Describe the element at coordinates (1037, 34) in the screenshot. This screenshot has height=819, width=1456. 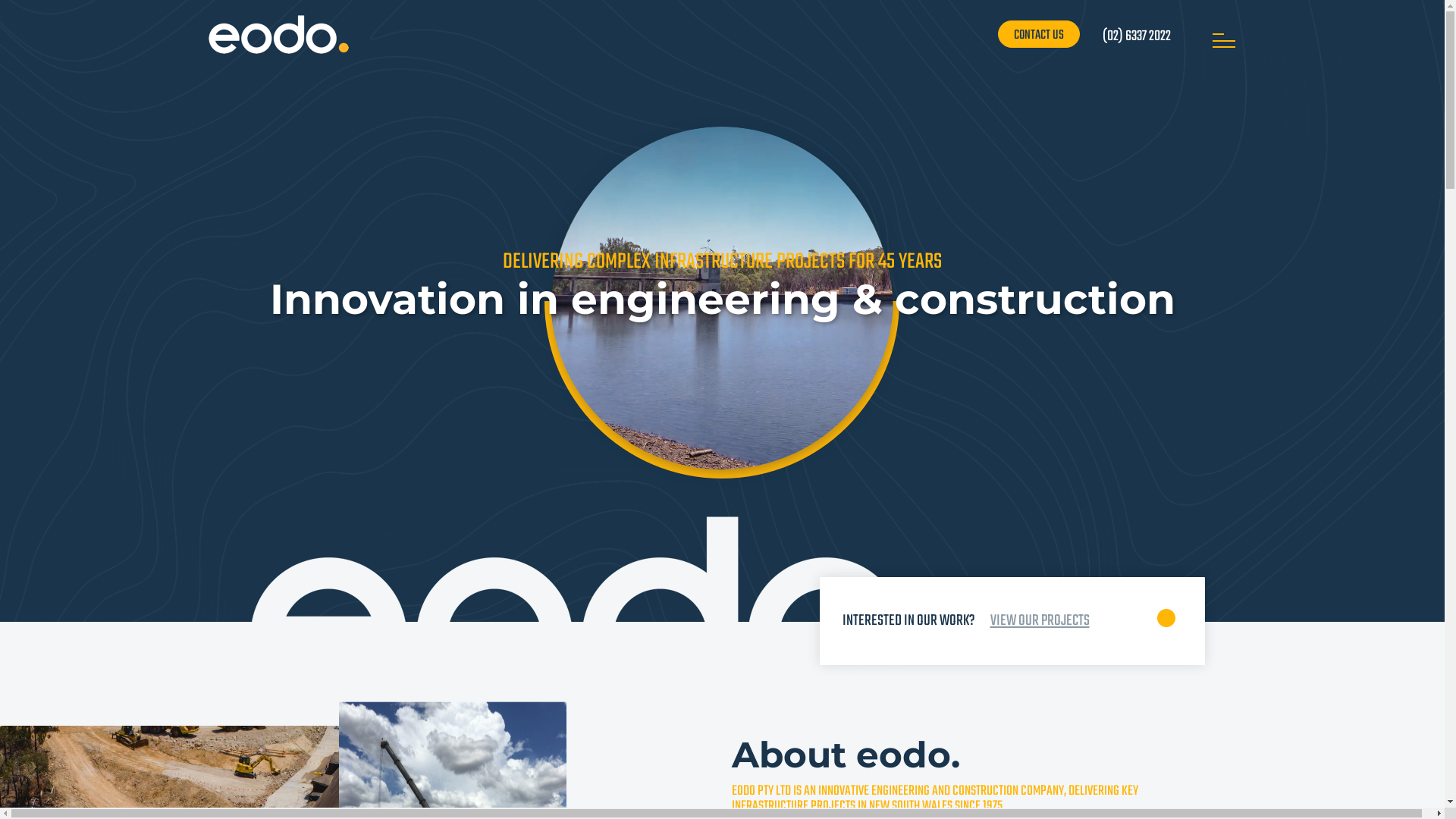
I see `'CONTACT US'` at that location.